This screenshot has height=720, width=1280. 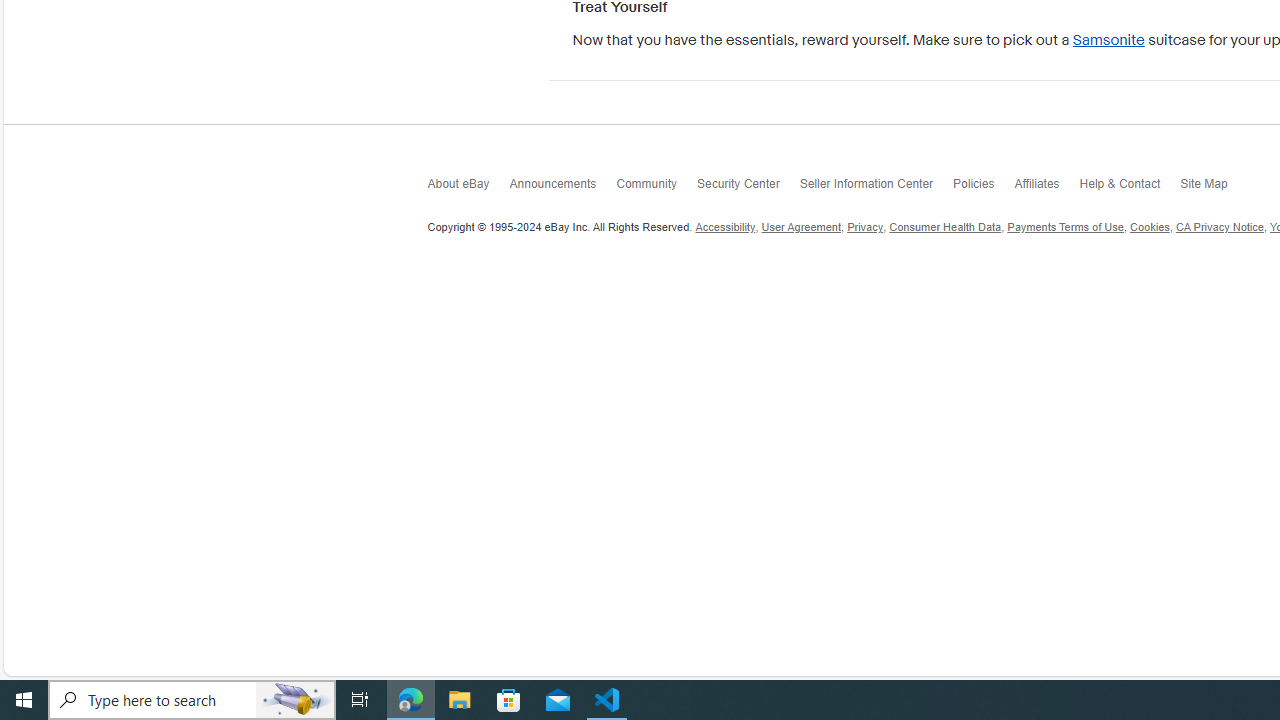 I want to click on 'Community', so click(x=656, y=187).